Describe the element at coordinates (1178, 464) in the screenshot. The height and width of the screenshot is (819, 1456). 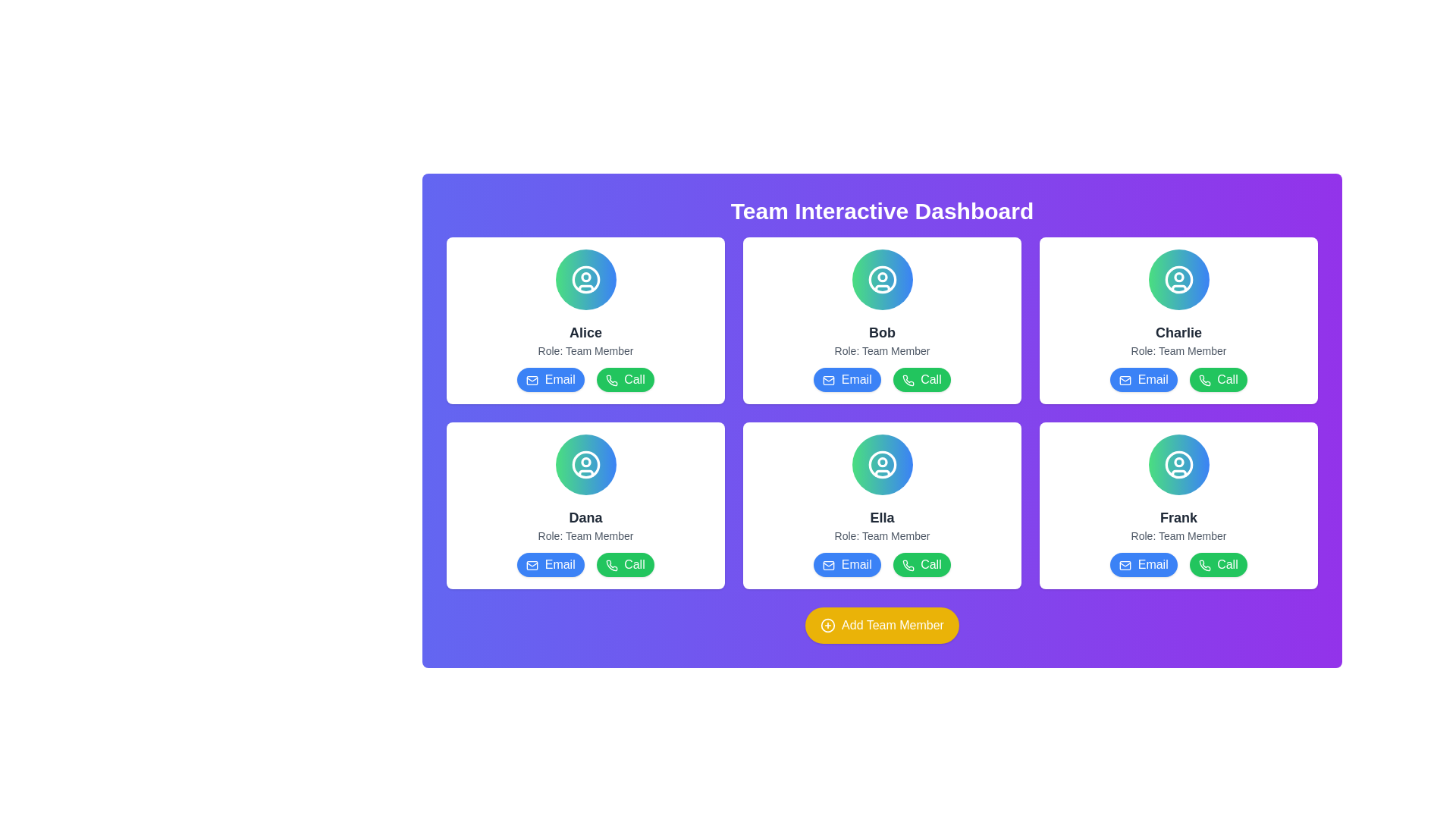
I see `the circular icon depicting a user's silhouette within the card labeled 'Frank', which is located in the second row, third column of the grid layout` at that location.